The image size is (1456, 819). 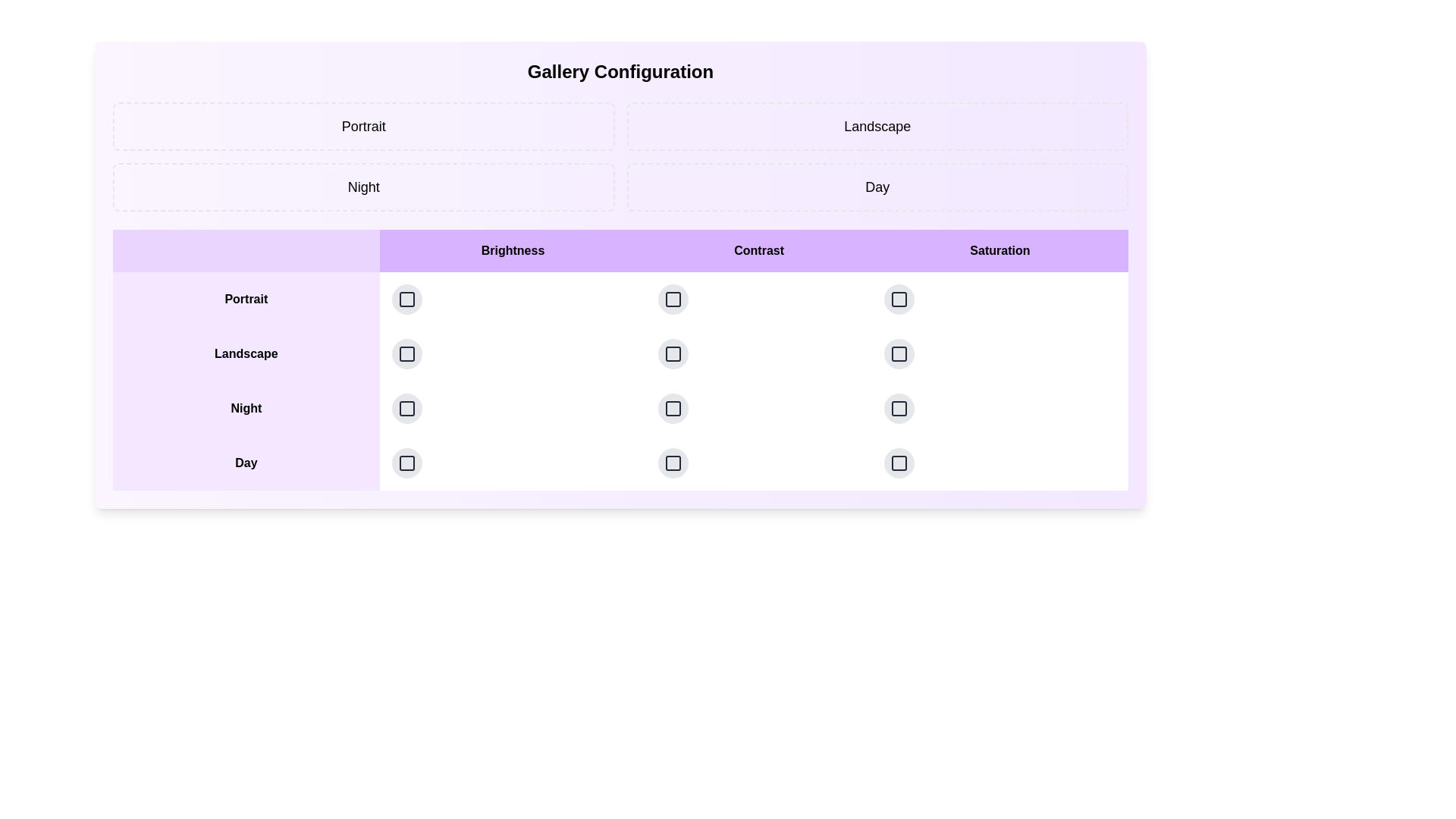 I want to click on the square icon located in the bottom-right cell of the 'Saturation' column and 'Day' row, so click(x=899, y=462).